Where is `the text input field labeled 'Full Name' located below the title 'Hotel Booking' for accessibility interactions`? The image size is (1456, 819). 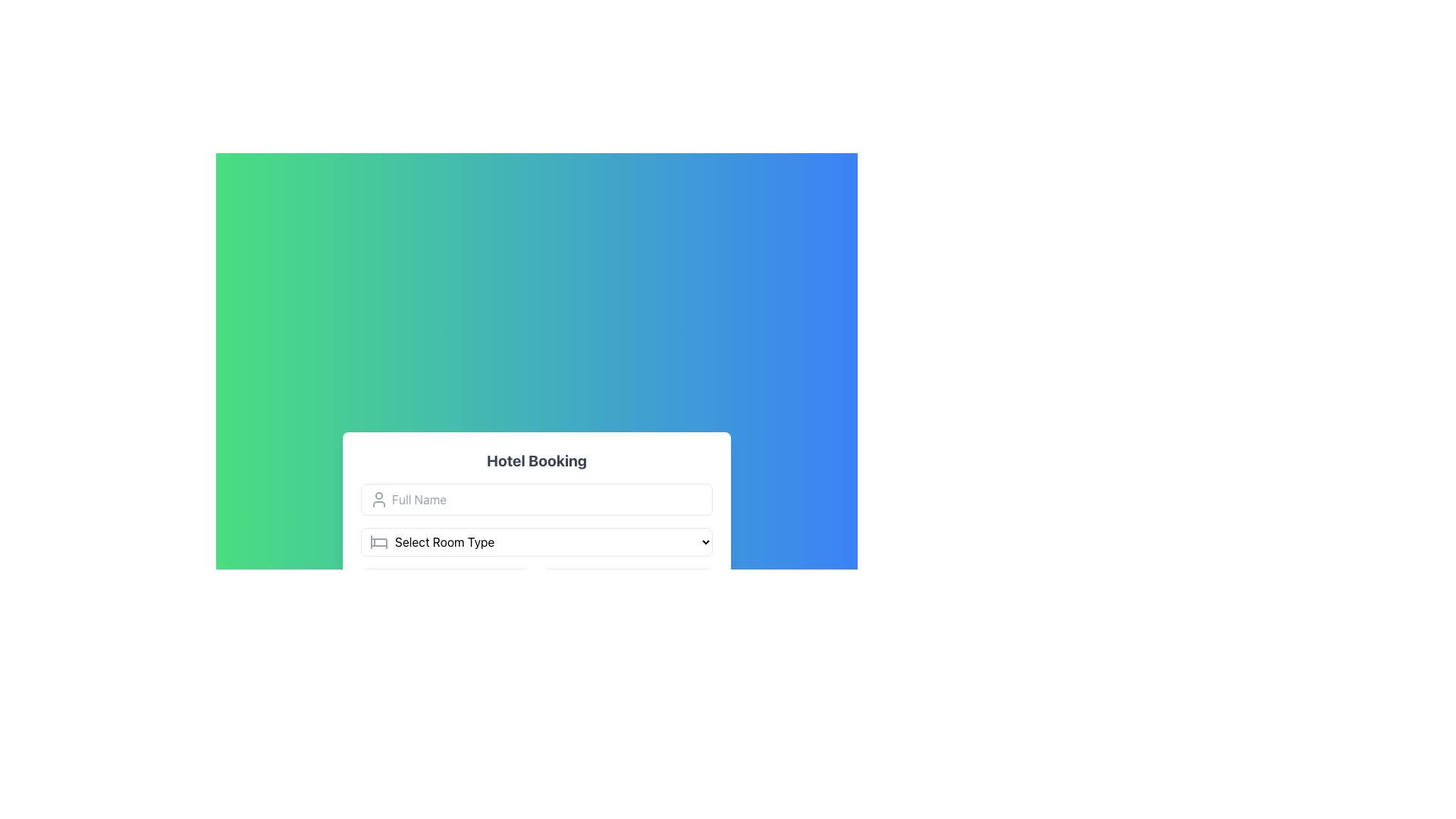
the text input field labeled 'Full Name' located below the title 'Hotel Booking' for accessibility interactions is located at coordinates (537, 500).